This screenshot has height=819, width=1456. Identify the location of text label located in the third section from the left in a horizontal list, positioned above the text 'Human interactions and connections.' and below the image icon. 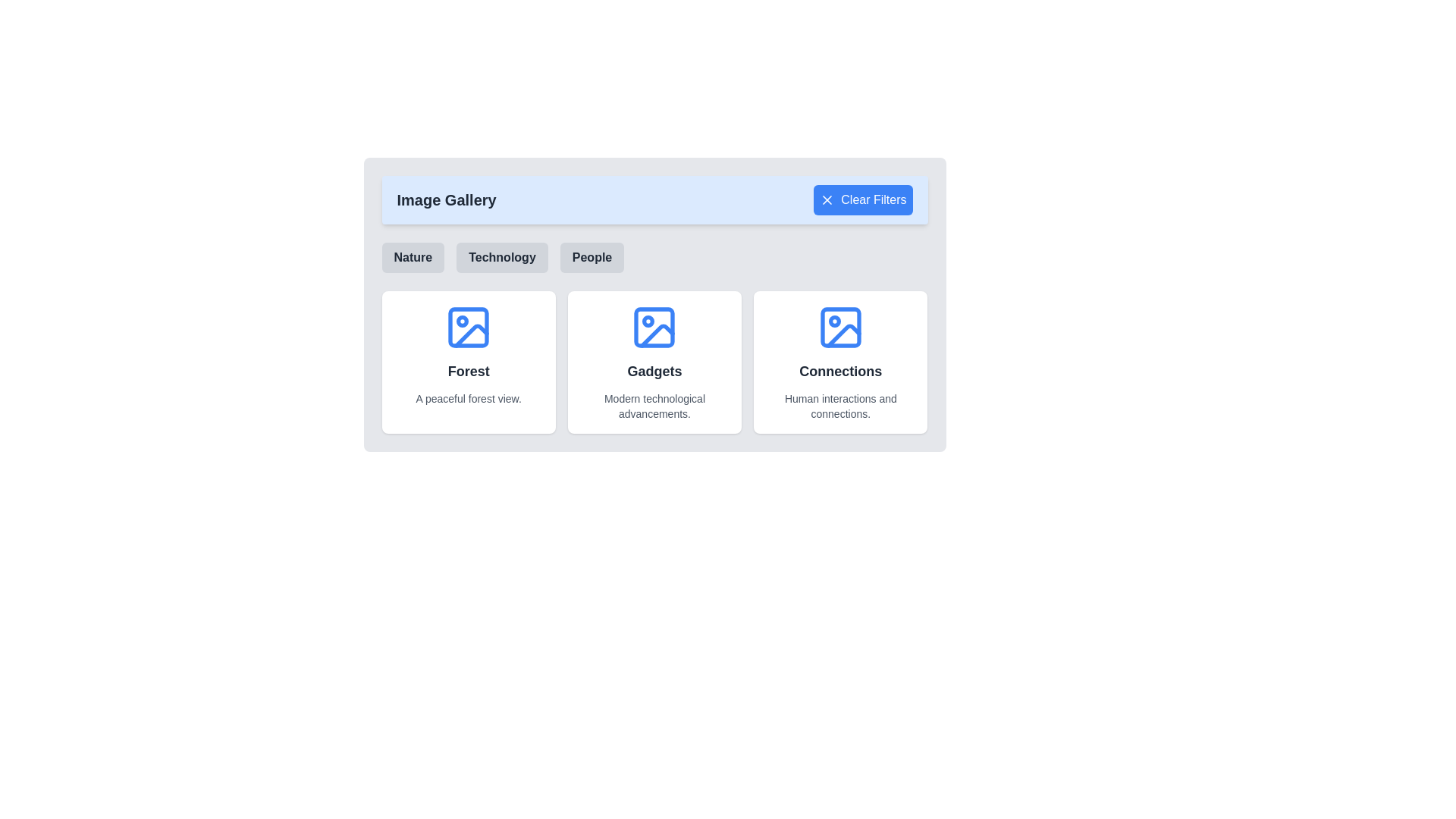
(839, 371).